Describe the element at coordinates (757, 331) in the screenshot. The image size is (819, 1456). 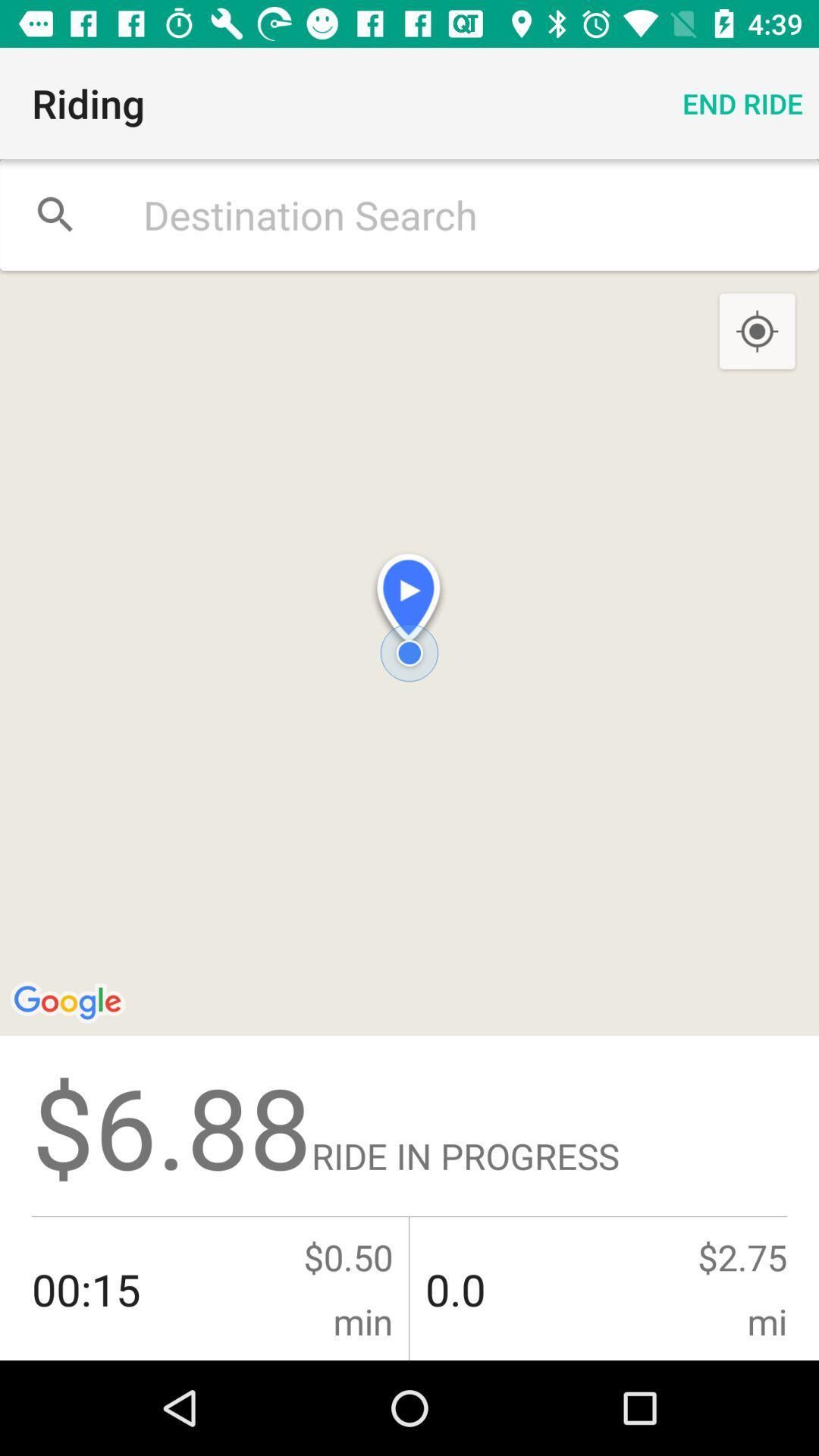
I see `the location_crosshair icon` at that location.